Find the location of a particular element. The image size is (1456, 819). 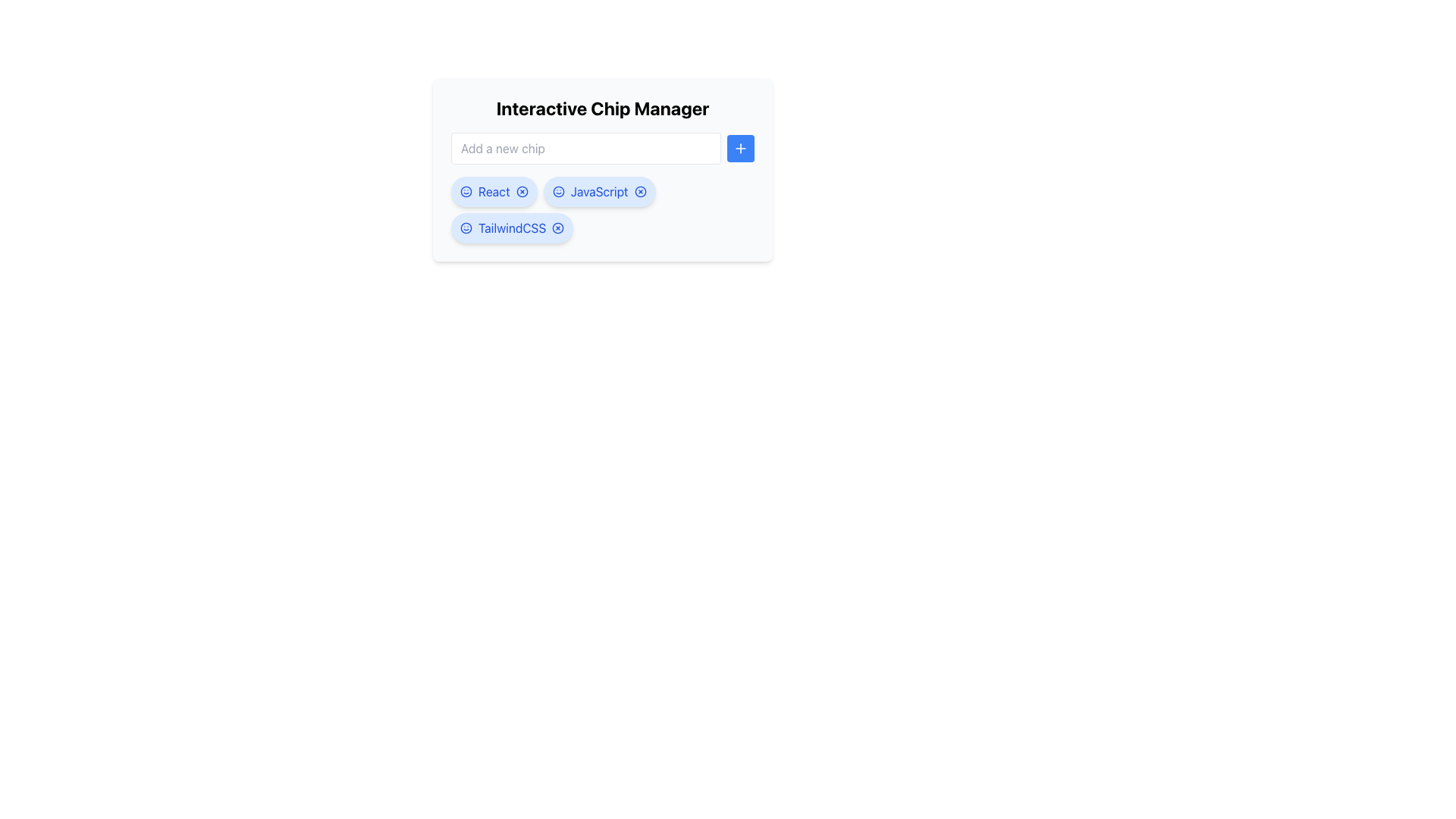

the small smiley face icon located to the left of the 'JavaScript' label in the 'Interactive Chip Manager' interface is located at coordinates (557, 191).